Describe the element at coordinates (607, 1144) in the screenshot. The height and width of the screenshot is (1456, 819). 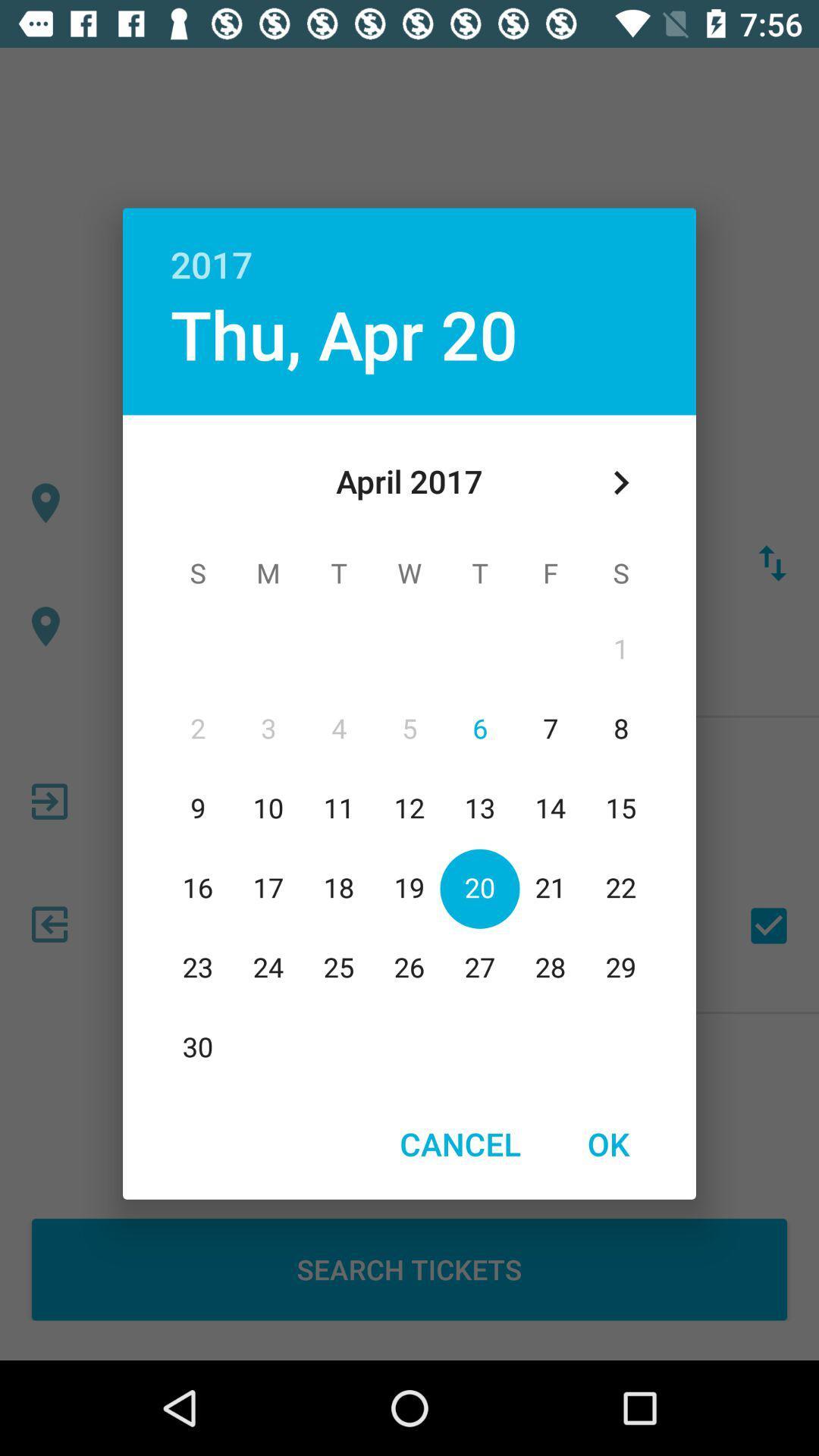
I see `ok icon` at that location.